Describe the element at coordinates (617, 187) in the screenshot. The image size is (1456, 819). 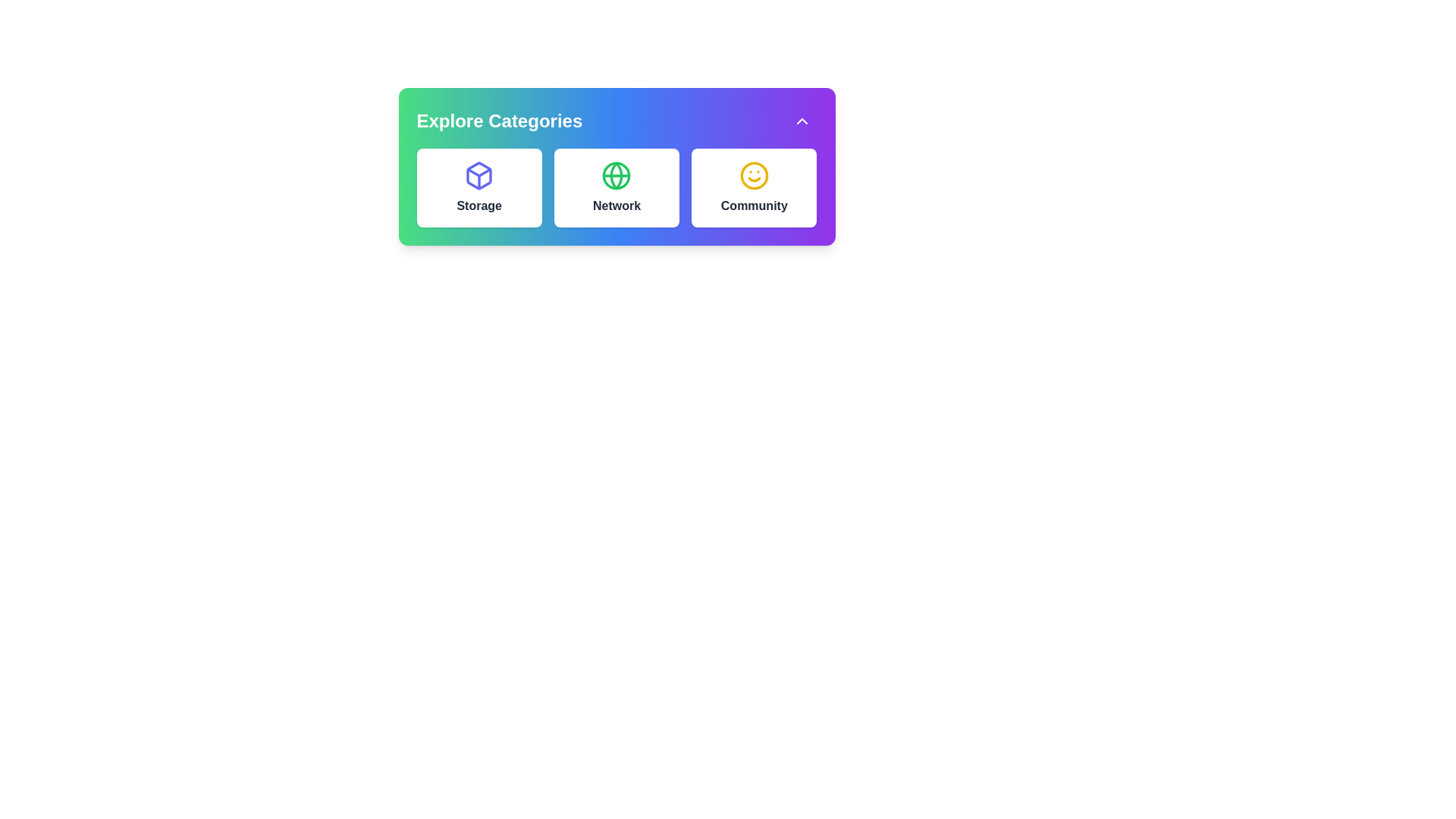
I see `the 'Network' category card located in the 'Explore Categories' section, positioned between the 'Storage' card and the 'Community' card` at that location.